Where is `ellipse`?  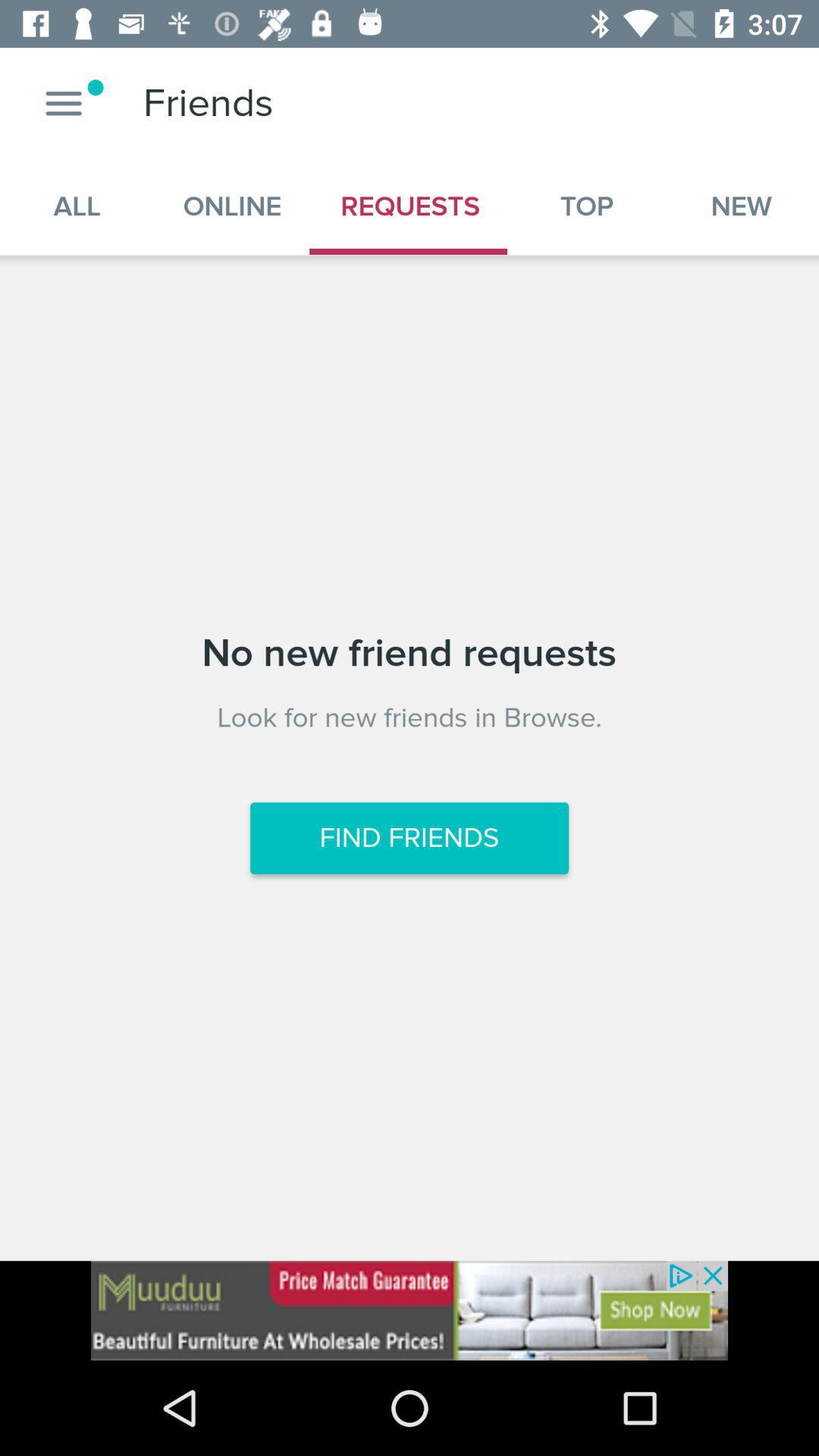
ellipse is located at coordinates (63, 102).